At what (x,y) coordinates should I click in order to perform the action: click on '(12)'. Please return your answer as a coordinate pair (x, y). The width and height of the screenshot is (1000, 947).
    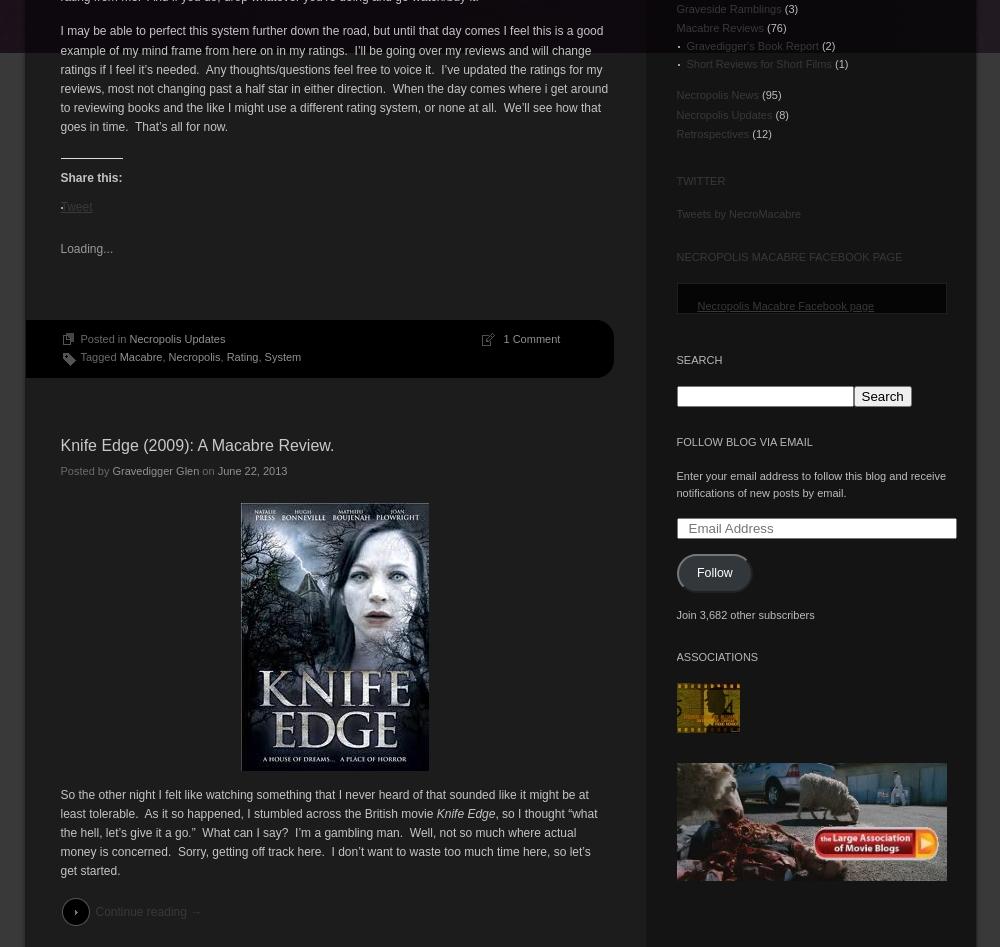
    Looking at the image, I should click on (760, 131).